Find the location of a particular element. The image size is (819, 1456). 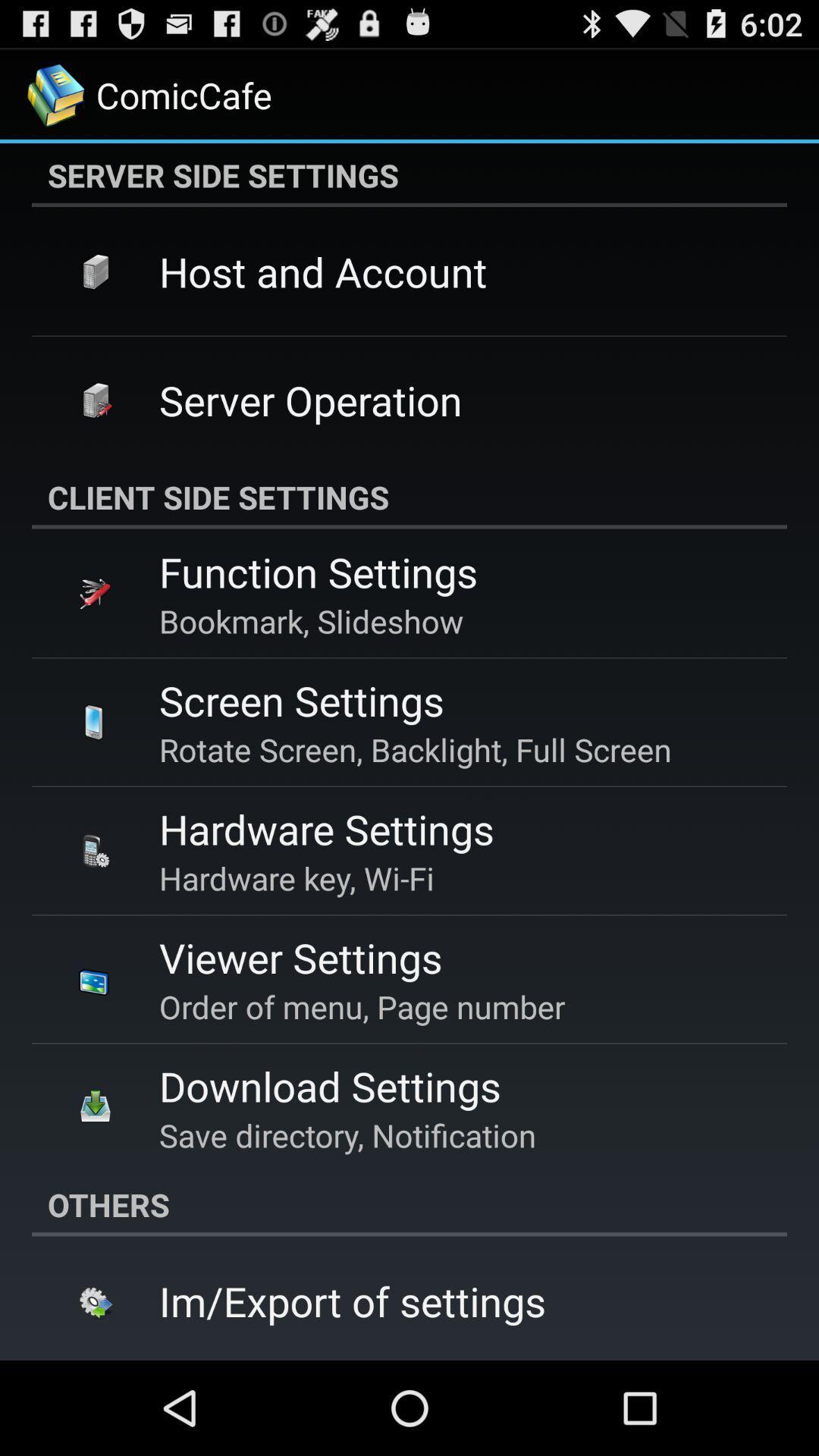

hardware key wi app is located at coordinates (297, 877).